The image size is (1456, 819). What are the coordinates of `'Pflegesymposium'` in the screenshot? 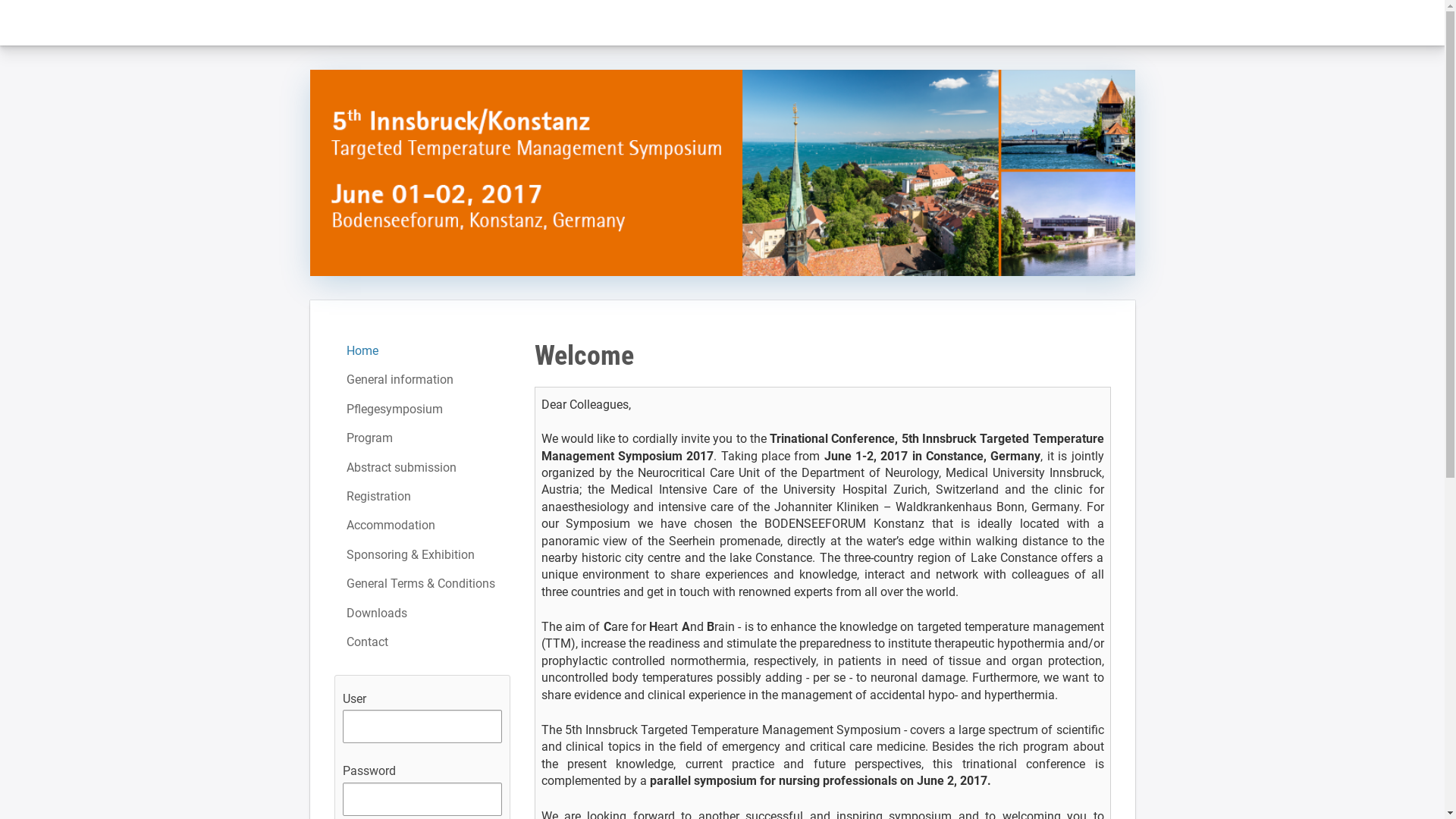 It's located at (333, 409).